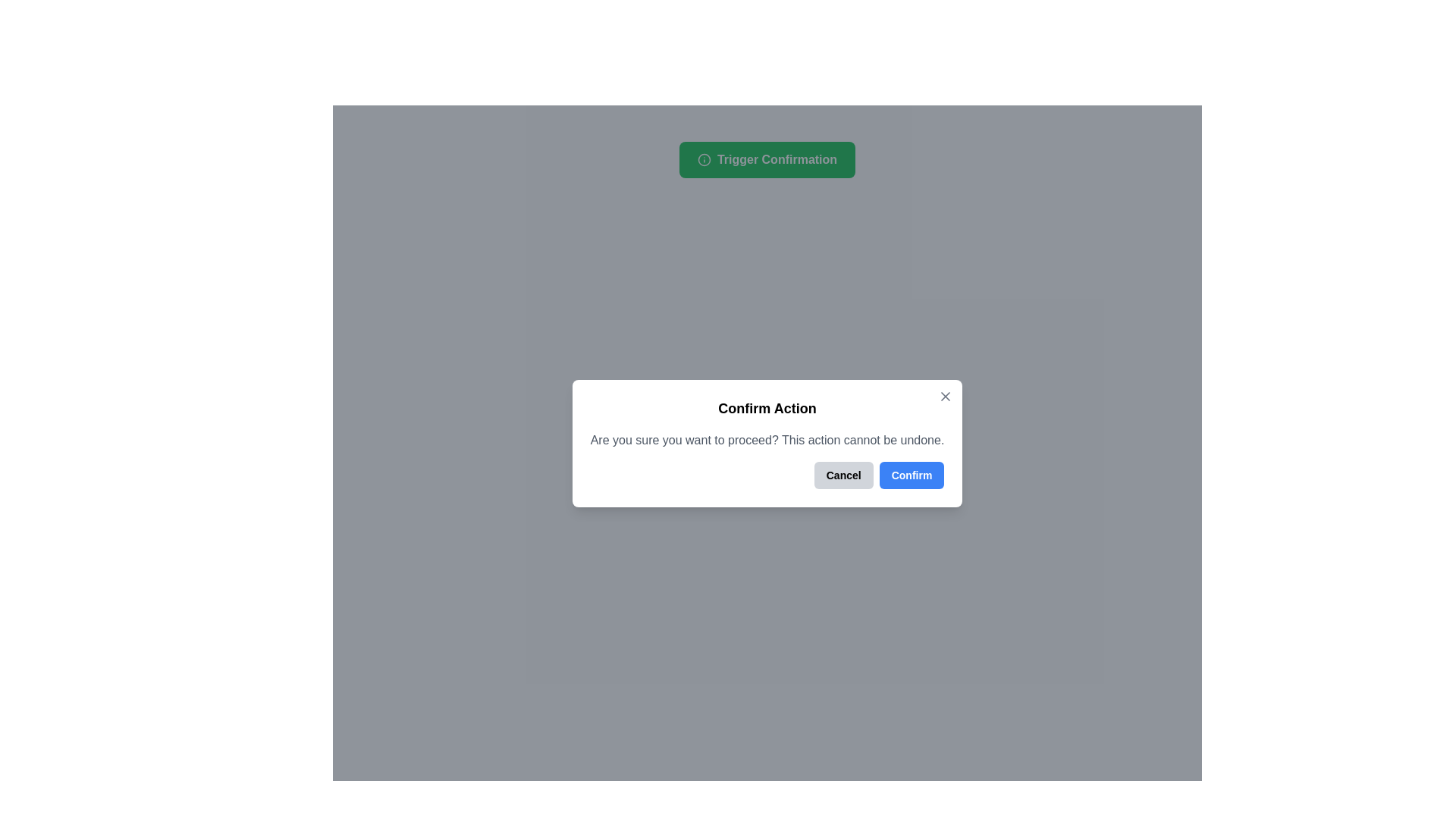 This screenshot has width=1456, height=819. I want to click on the close button located in the top-right corner of the modal dialog, so click(945, 395).